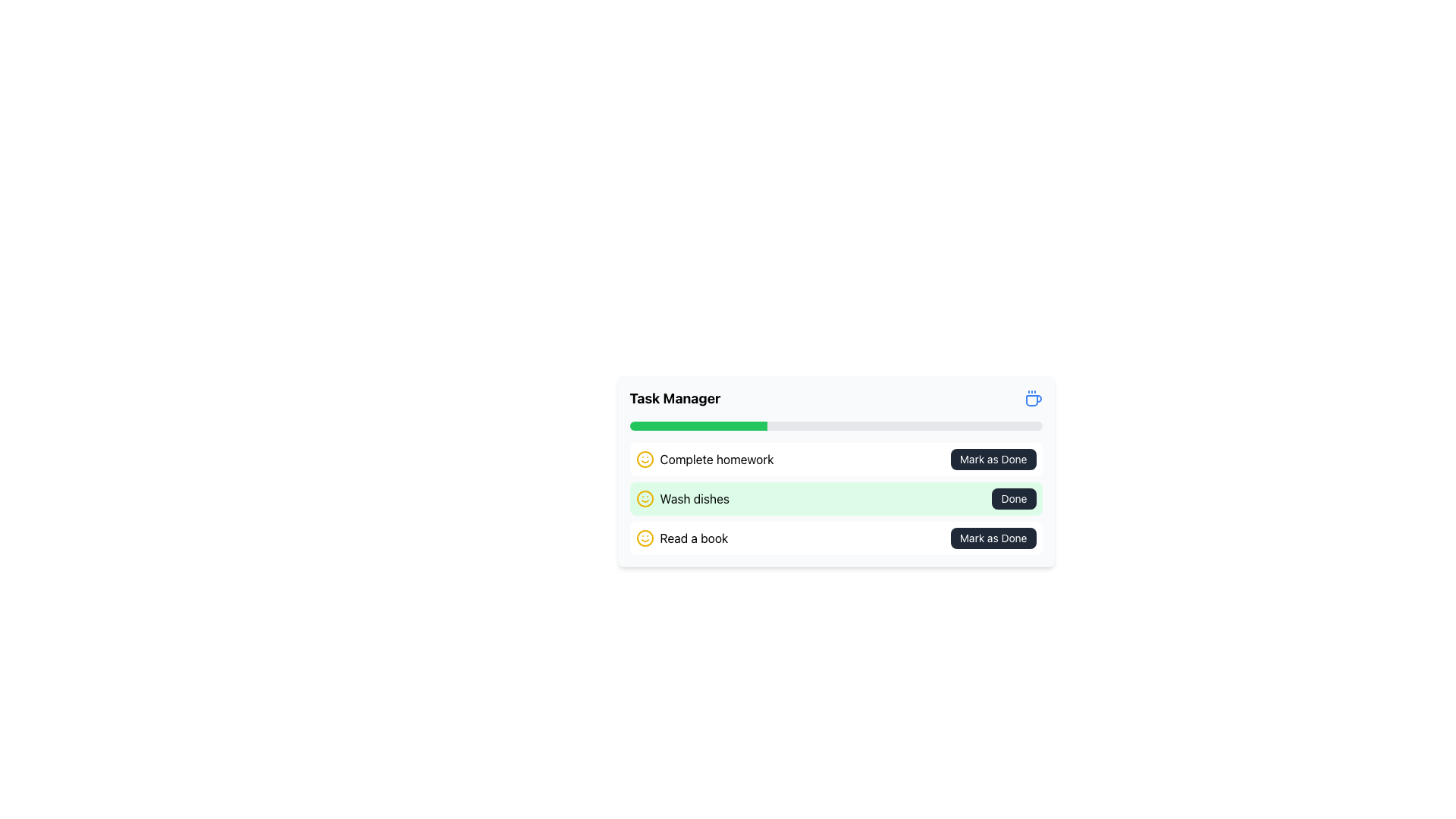  What do you see at coordinates (682, 499) in the screenshot?
I see `the 'Wash dishes' task label in the task manager list, which is the second task between 'Complete homework' and 'Read a book'` at bounding box center [682, 499].